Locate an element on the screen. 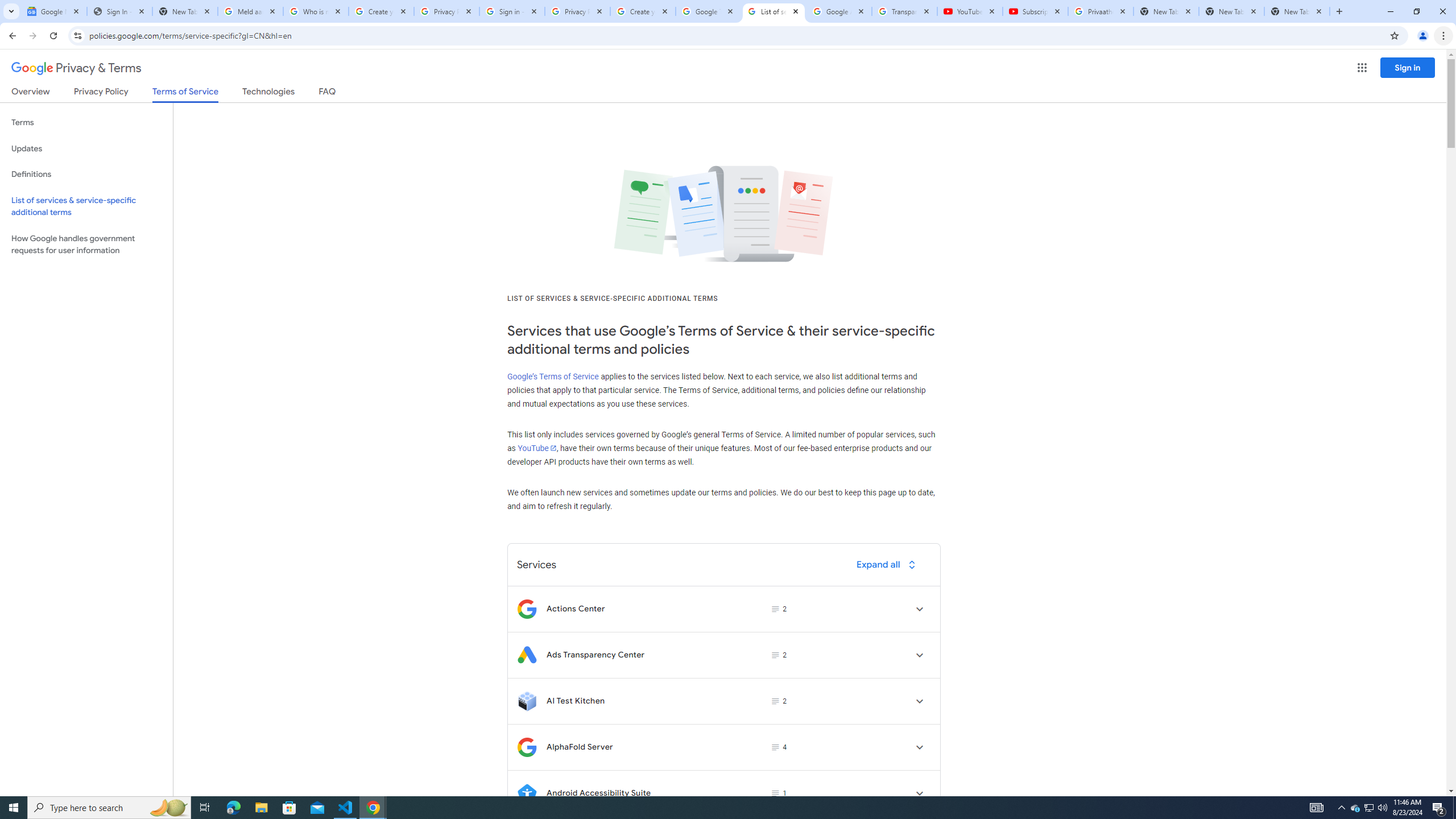  'Logo for Android Accessibility Suite' is located at coordinates (526, 793).